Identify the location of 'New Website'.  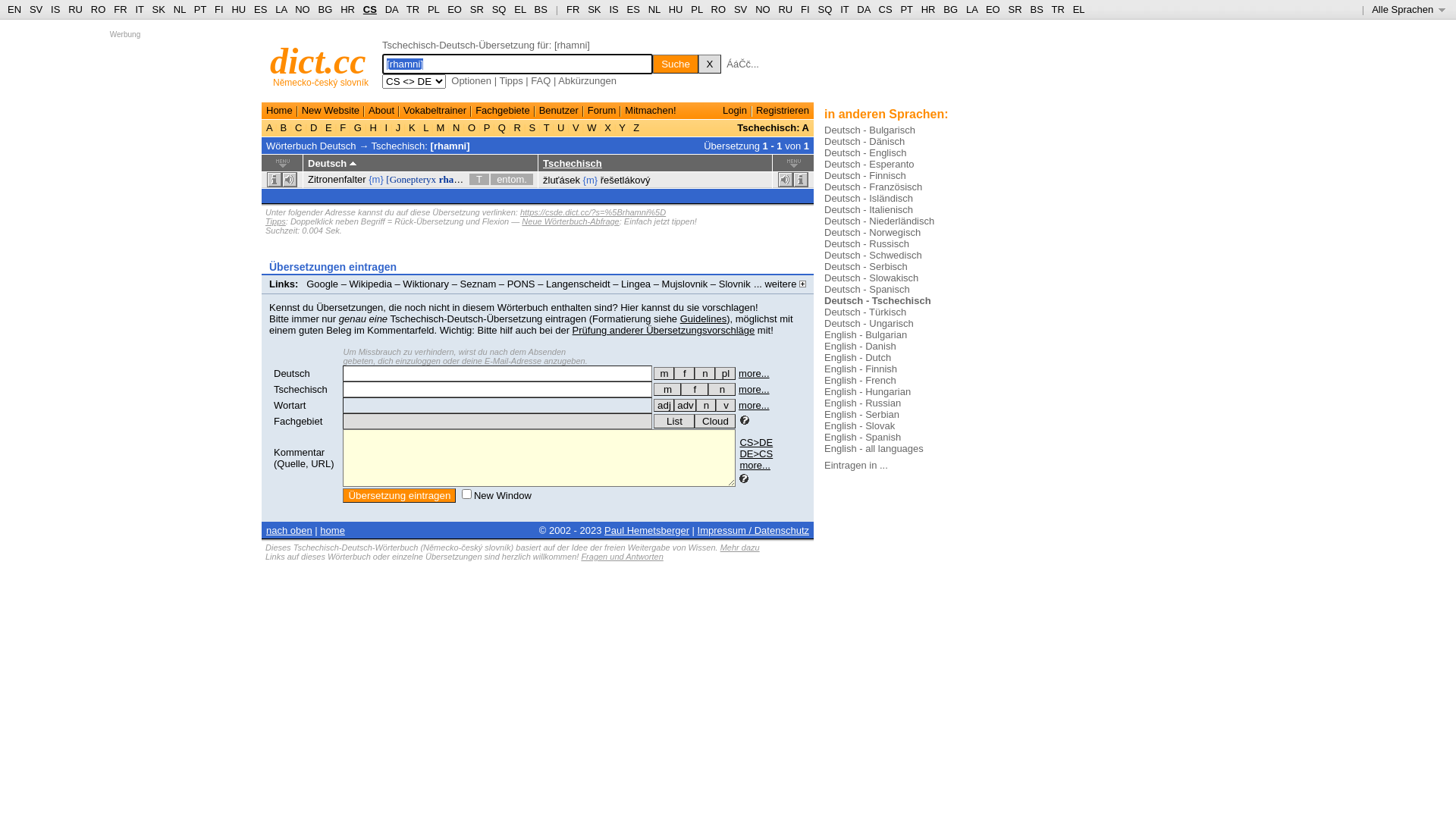
(330, 109).